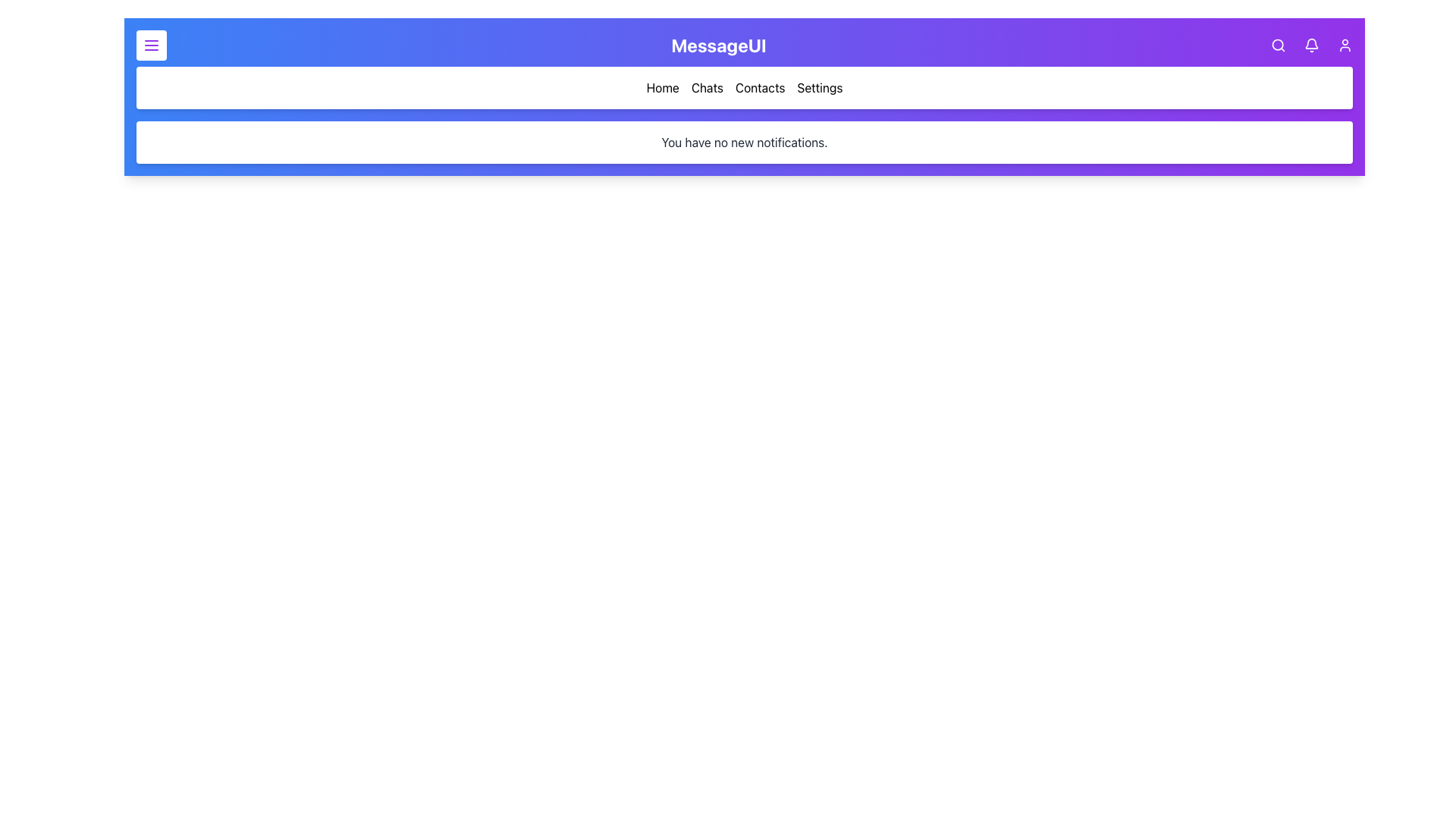 This screenshot has width=1456, height=819. Describe the element at coordinates (1310, 45) in the screenshot. I see `the notification bell icon located at the far right section of the header bar` at that location.